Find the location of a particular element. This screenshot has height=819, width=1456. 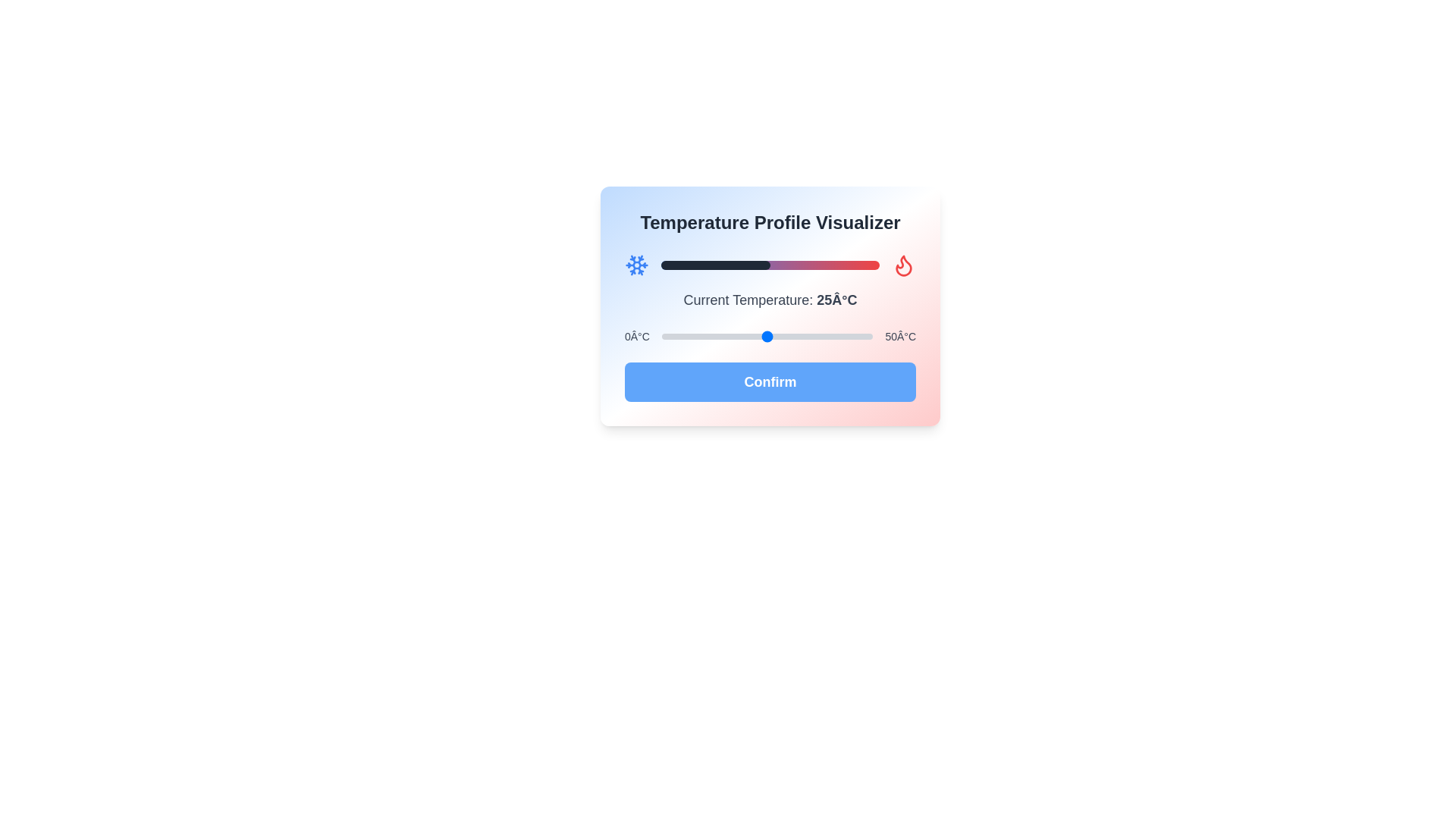

the temperature to 44°C using the slider is located at coordinates (847, 335).